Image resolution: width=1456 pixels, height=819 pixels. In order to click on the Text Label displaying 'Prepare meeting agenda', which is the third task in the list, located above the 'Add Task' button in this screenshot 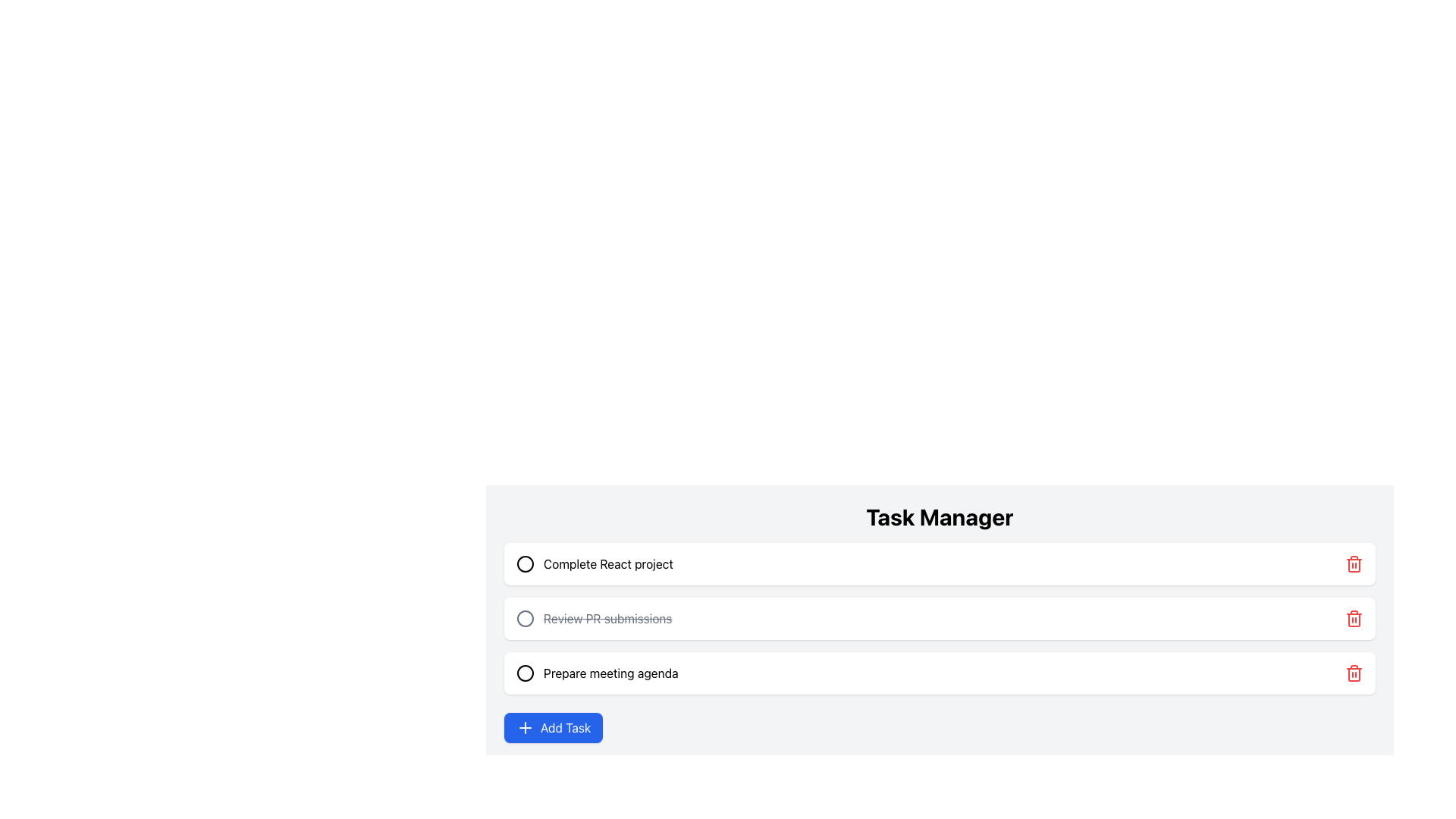, I will do `click(610, 672)`.